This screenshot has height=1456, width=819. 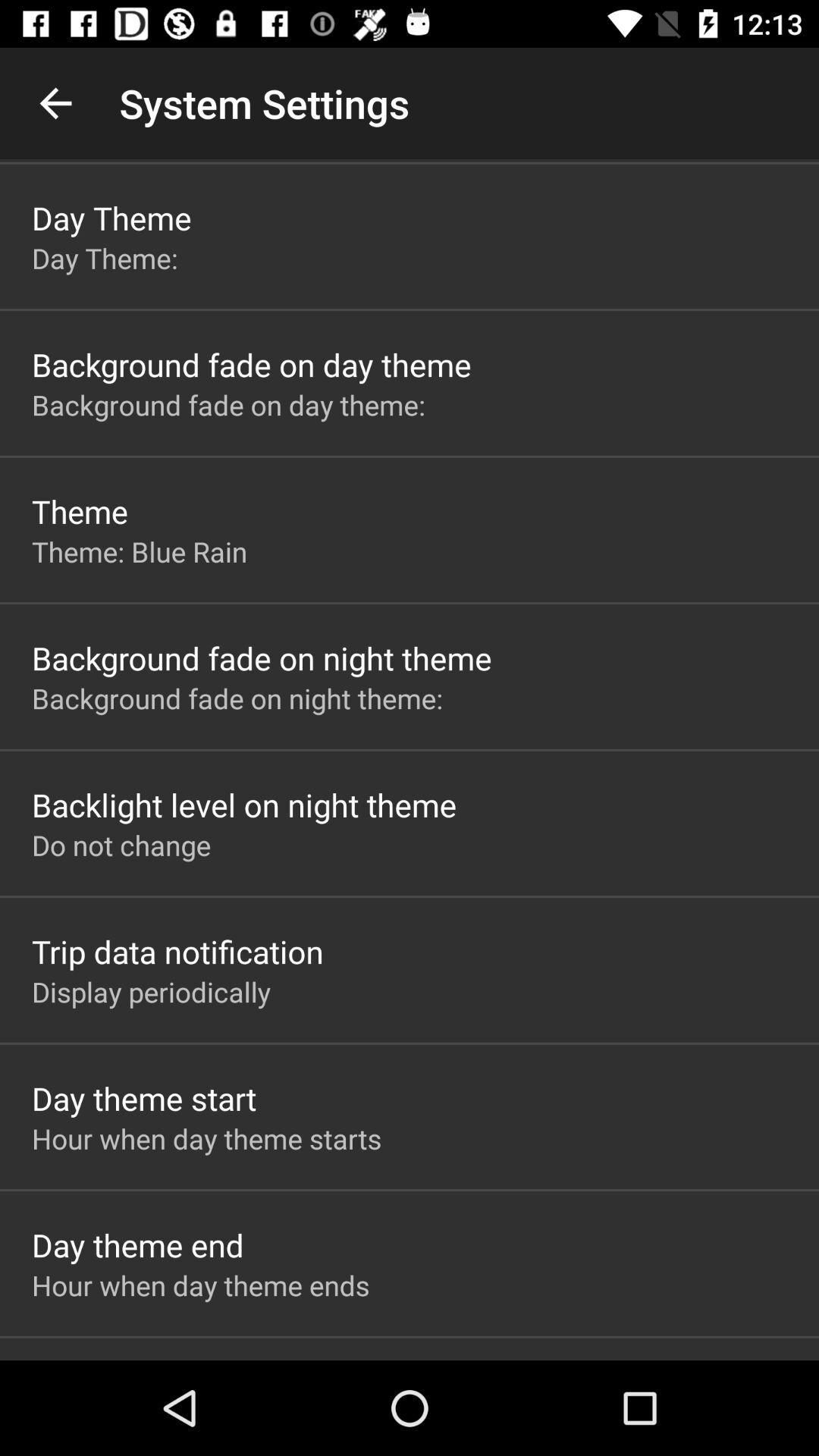 What do you see at coordinates (121, 844) in the screenshot?
I see `do not change icon` at bounding box center [121, 844].